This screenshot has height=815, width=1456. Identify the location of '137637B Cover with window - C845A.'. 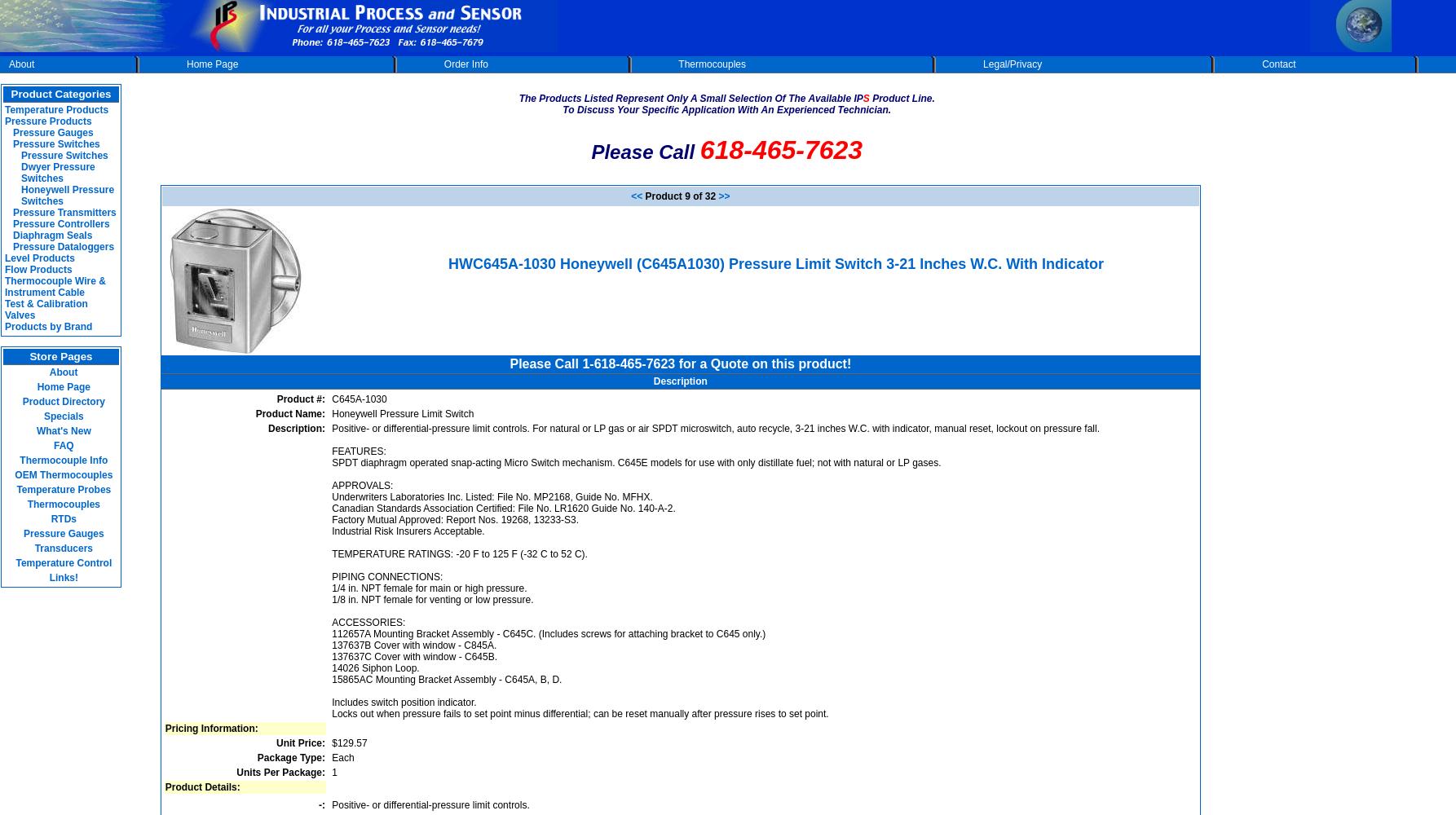
(413, 645).